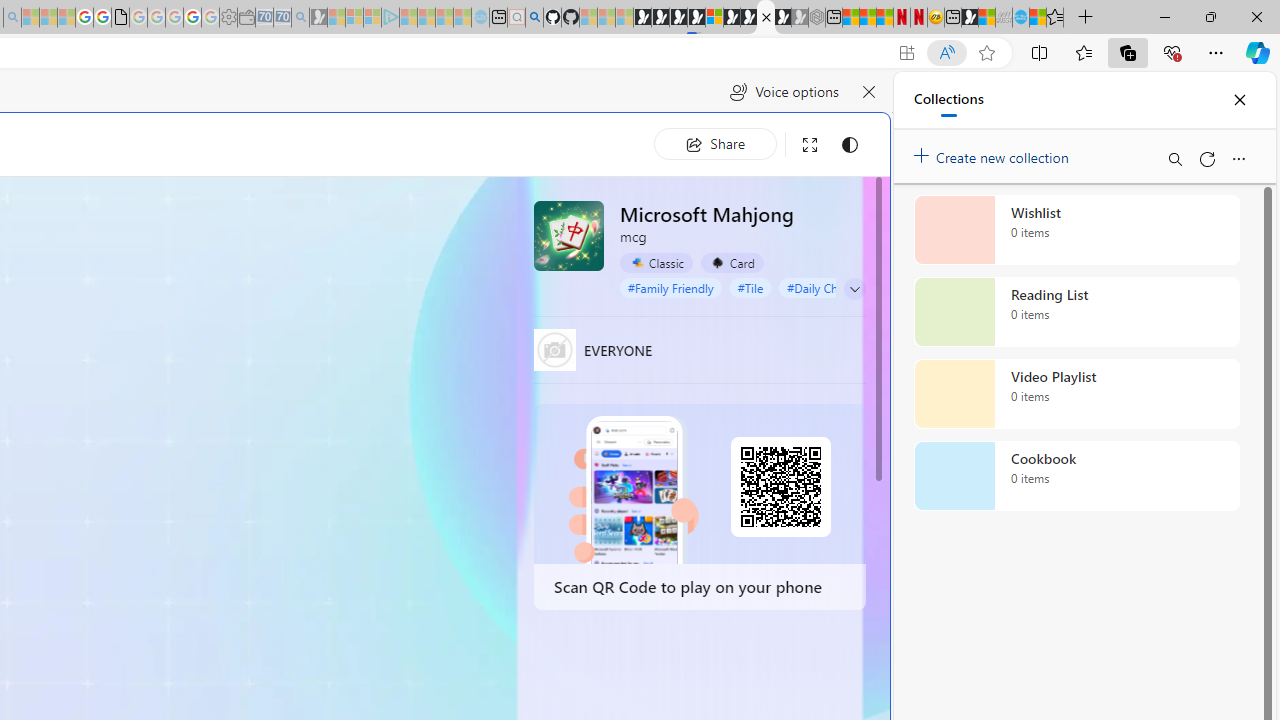 This screenshot has height=720, width=1280. What do you see at coordinates (1076, 229) in the screenshot?
I see `'Wishlist collection, 0 items'` at bounding box center [1076, 229].